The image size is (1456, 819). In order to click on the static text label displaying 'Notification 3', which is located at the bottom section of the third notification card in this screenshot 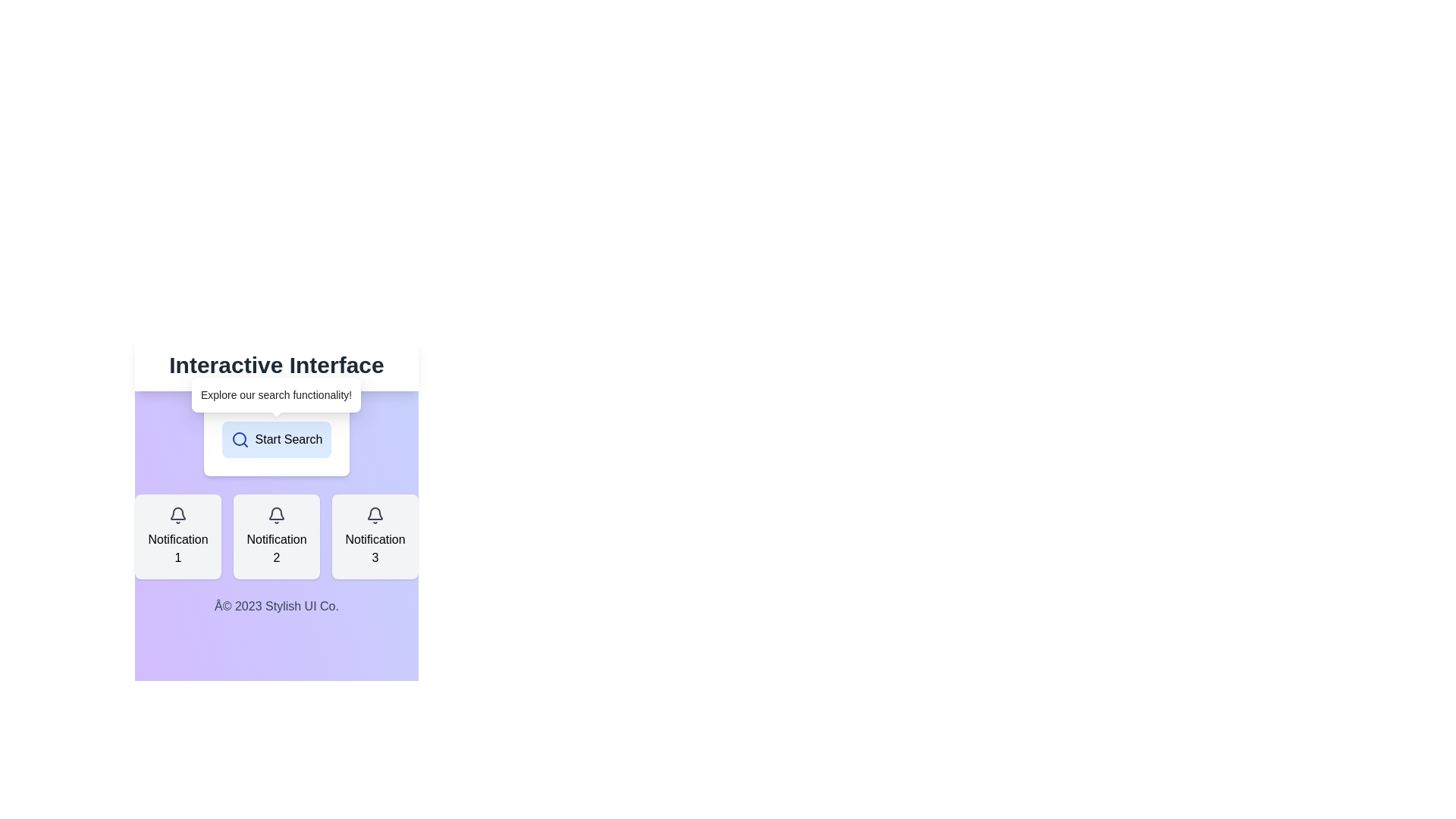, I will do `click(375, 549)`.